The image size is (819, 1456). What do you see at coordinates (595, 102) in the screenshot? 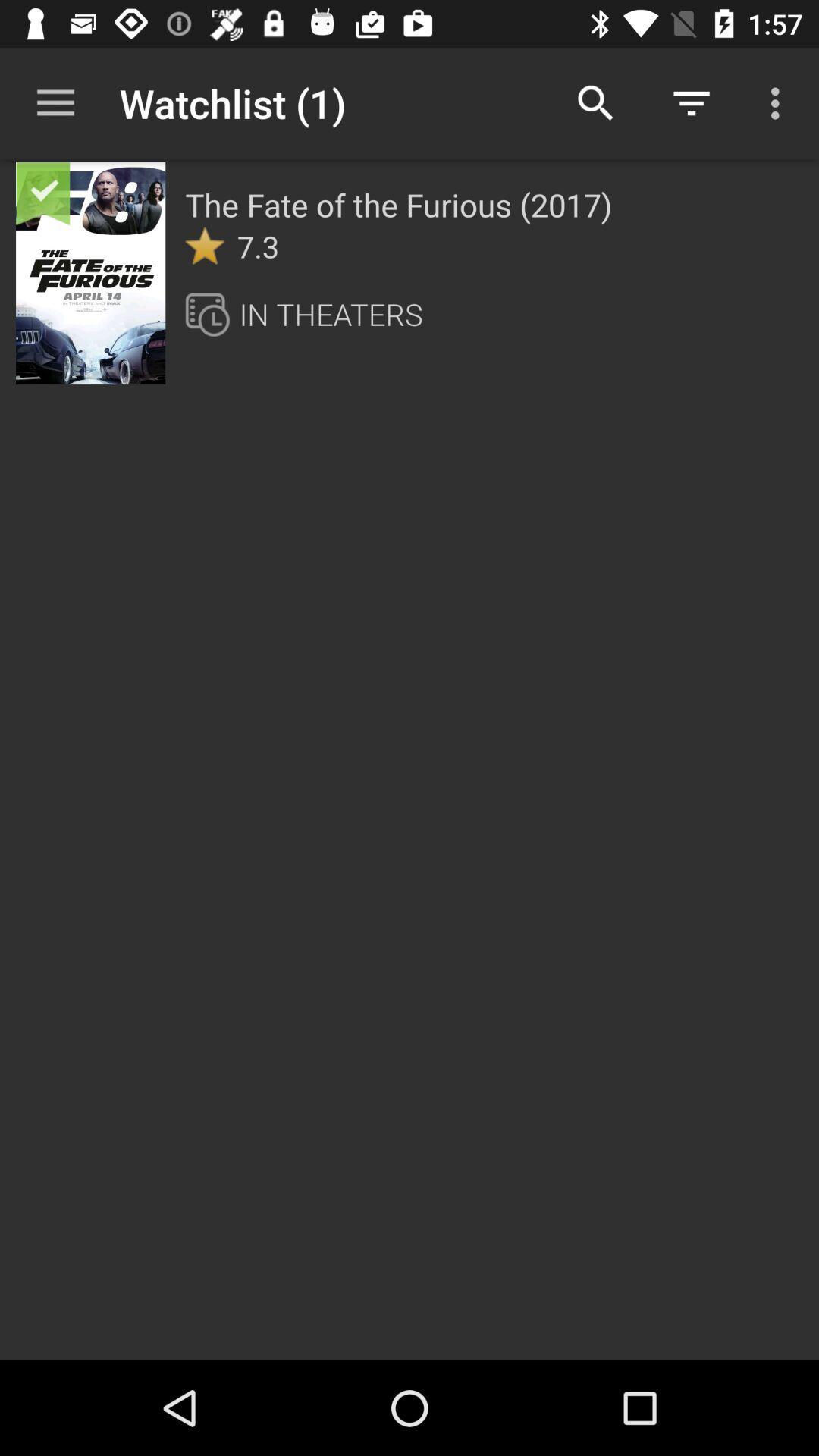
I see `icon to the right of the watchlist (1) app` at bounding box center [595, 102].